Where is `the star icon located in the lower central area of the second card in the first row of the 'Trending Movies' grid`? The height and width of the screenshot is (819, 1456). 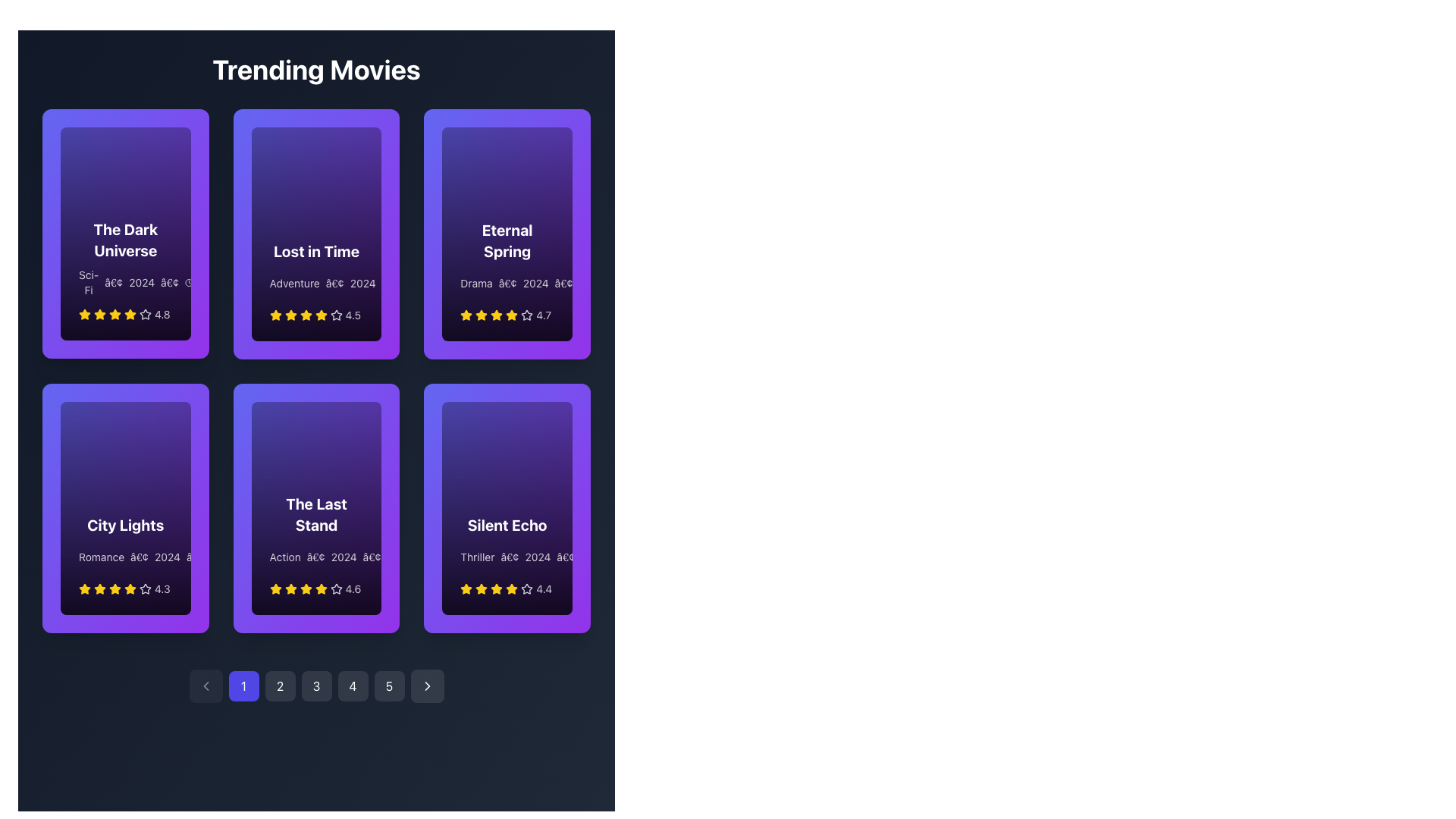
the star icon located in the lower central area of the second card in the first row of the 'Trending Movies' grid is located at coordinates (305, 314).